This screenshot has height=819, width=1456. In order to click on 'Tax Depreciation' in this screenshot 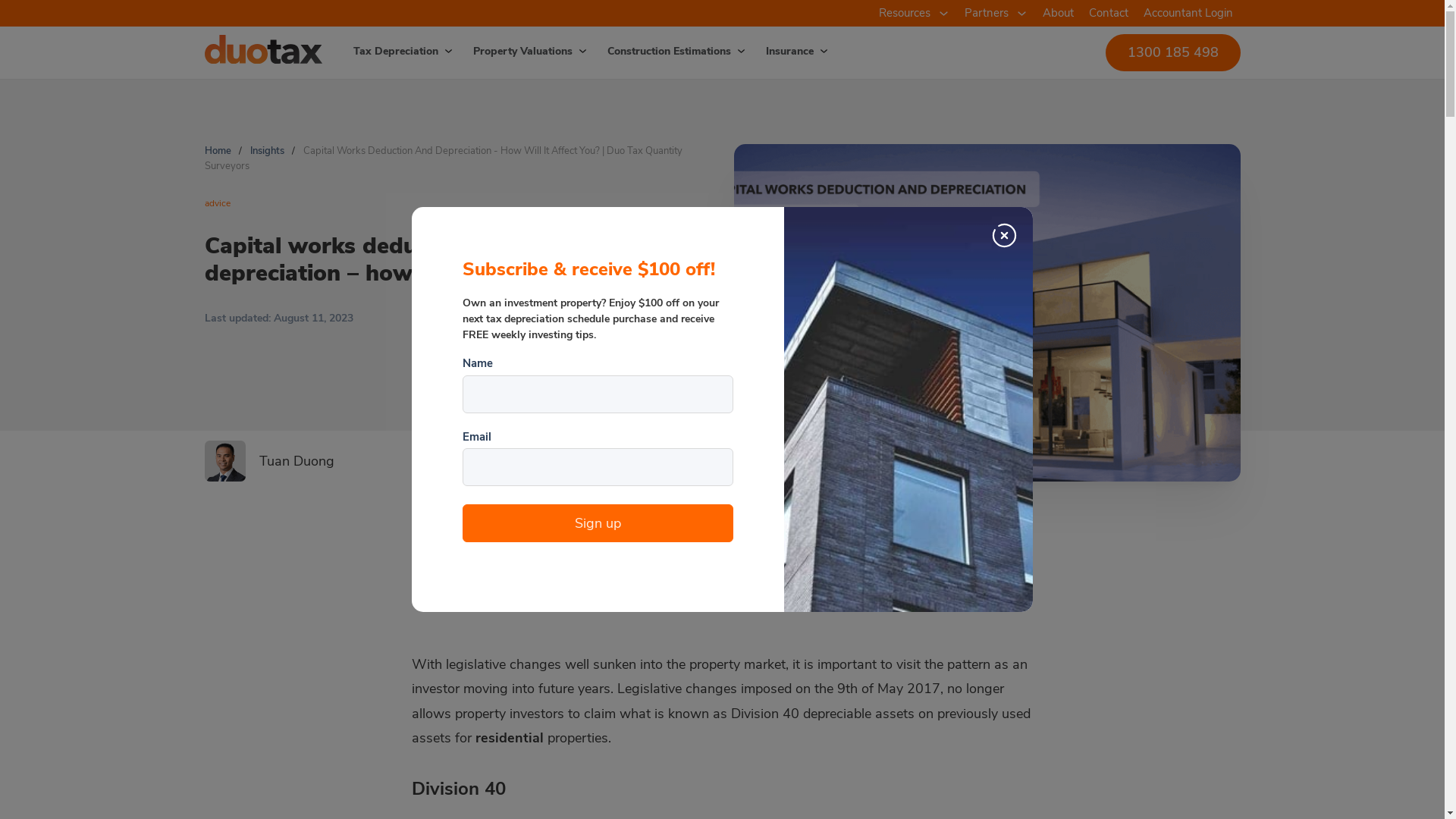, I will do `click(333, 50)`.